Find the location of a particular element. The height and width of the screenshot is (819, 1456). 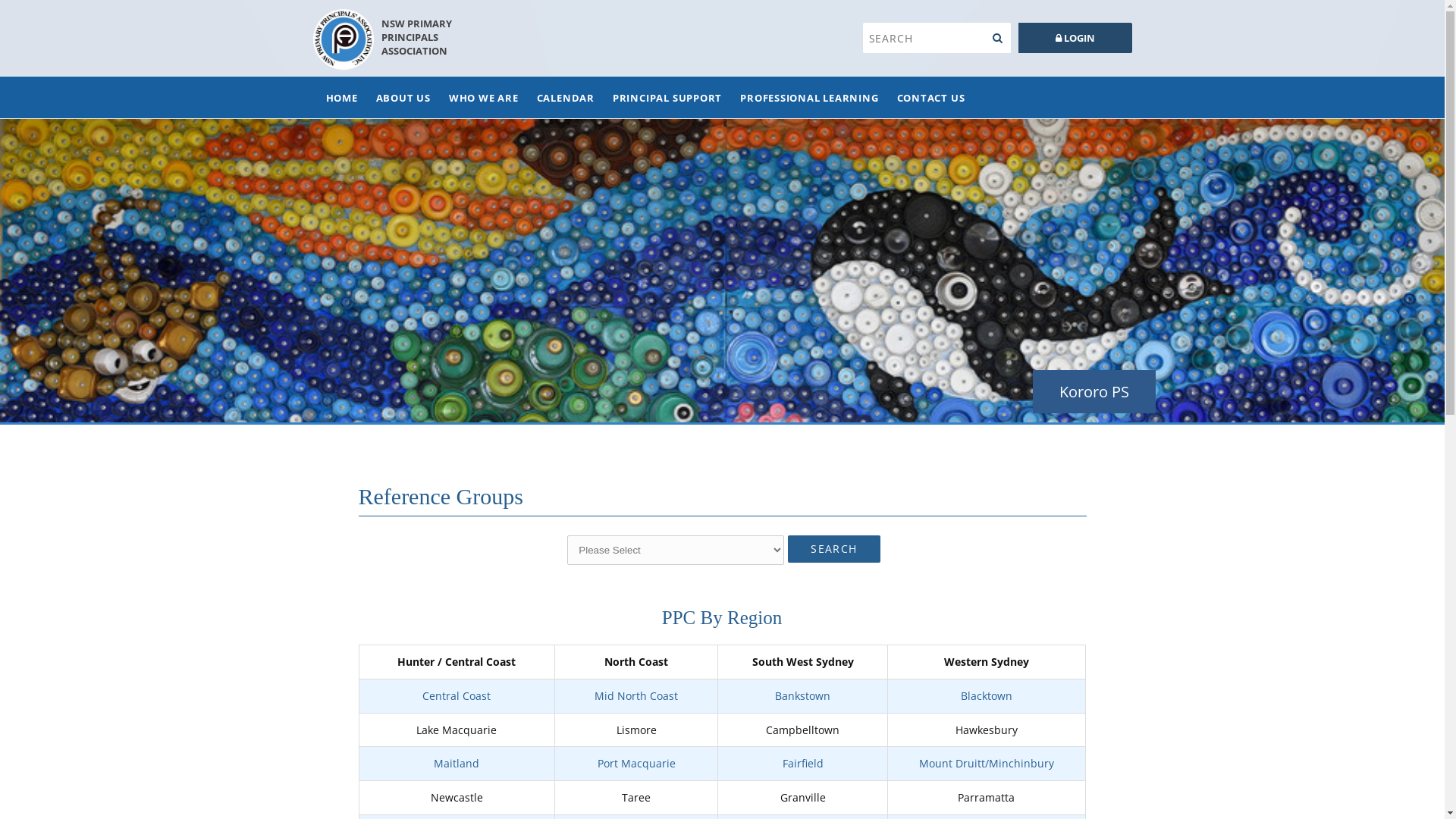

'HOME' is located at coordinates (340, 97).